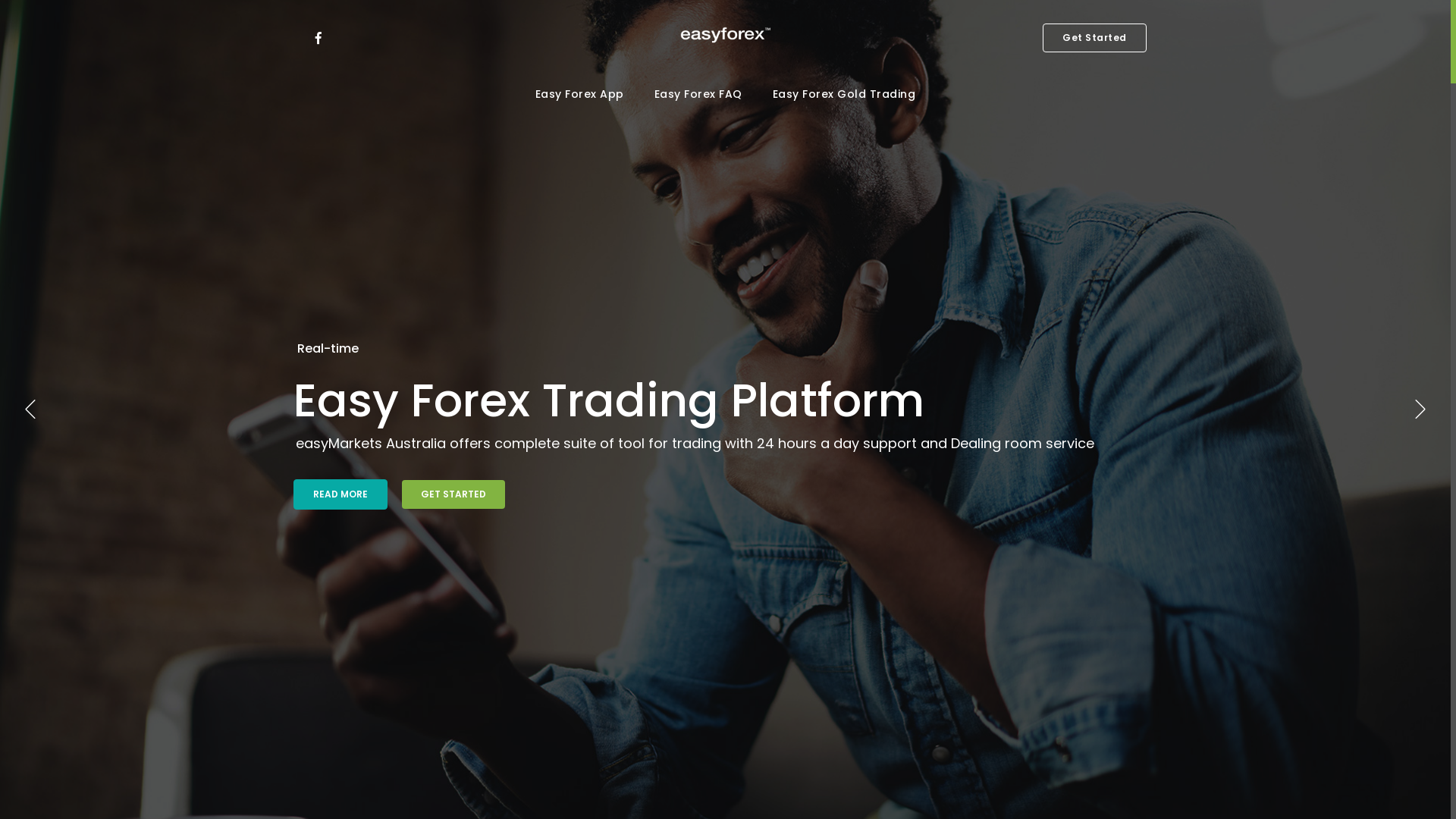  Describe the element at coordinates (535, 94) in the screenshot. I see `'Easy Forex App'` at that location.